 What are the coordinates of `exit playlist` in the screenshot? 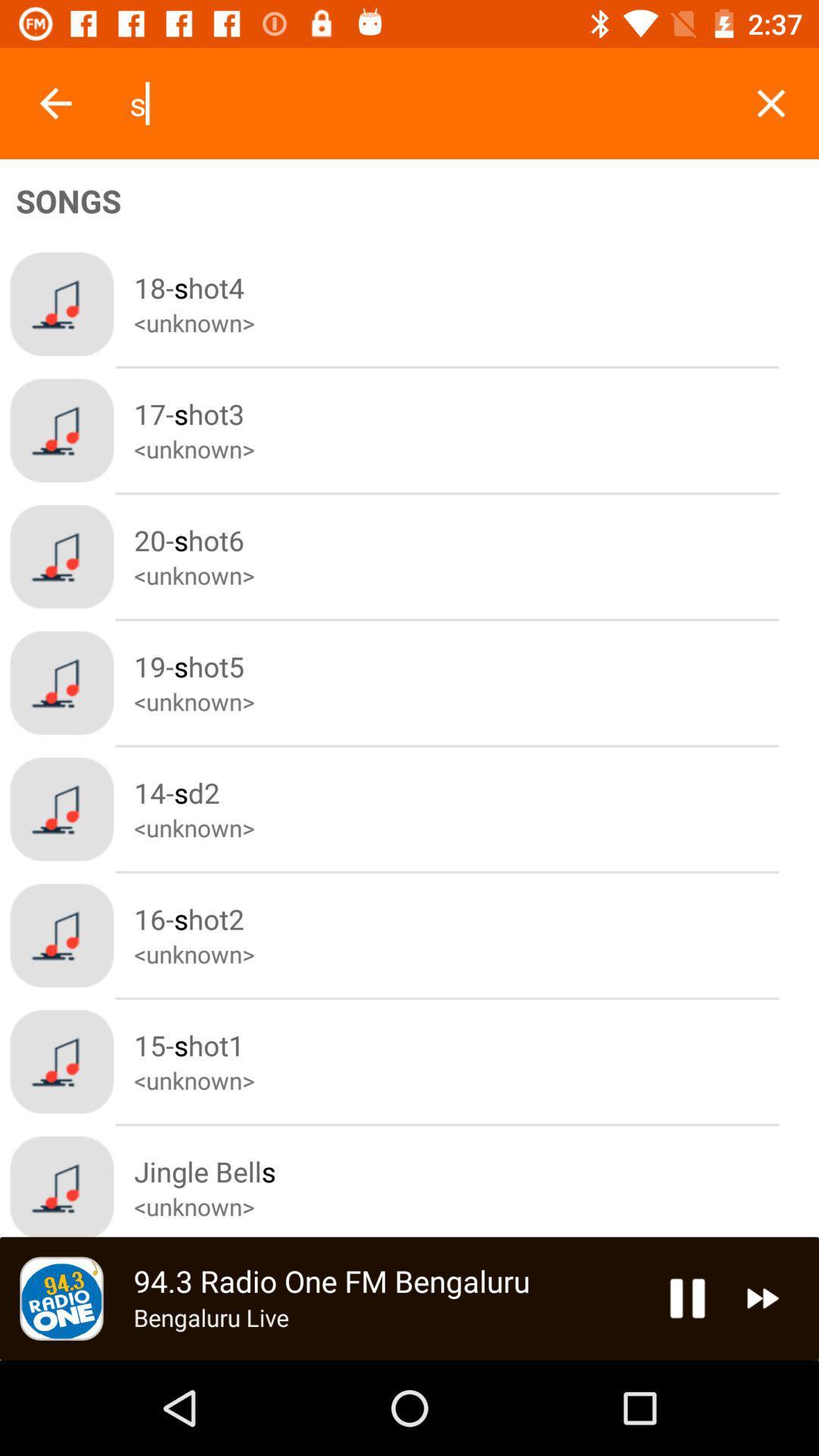 It's located at (771, 102).